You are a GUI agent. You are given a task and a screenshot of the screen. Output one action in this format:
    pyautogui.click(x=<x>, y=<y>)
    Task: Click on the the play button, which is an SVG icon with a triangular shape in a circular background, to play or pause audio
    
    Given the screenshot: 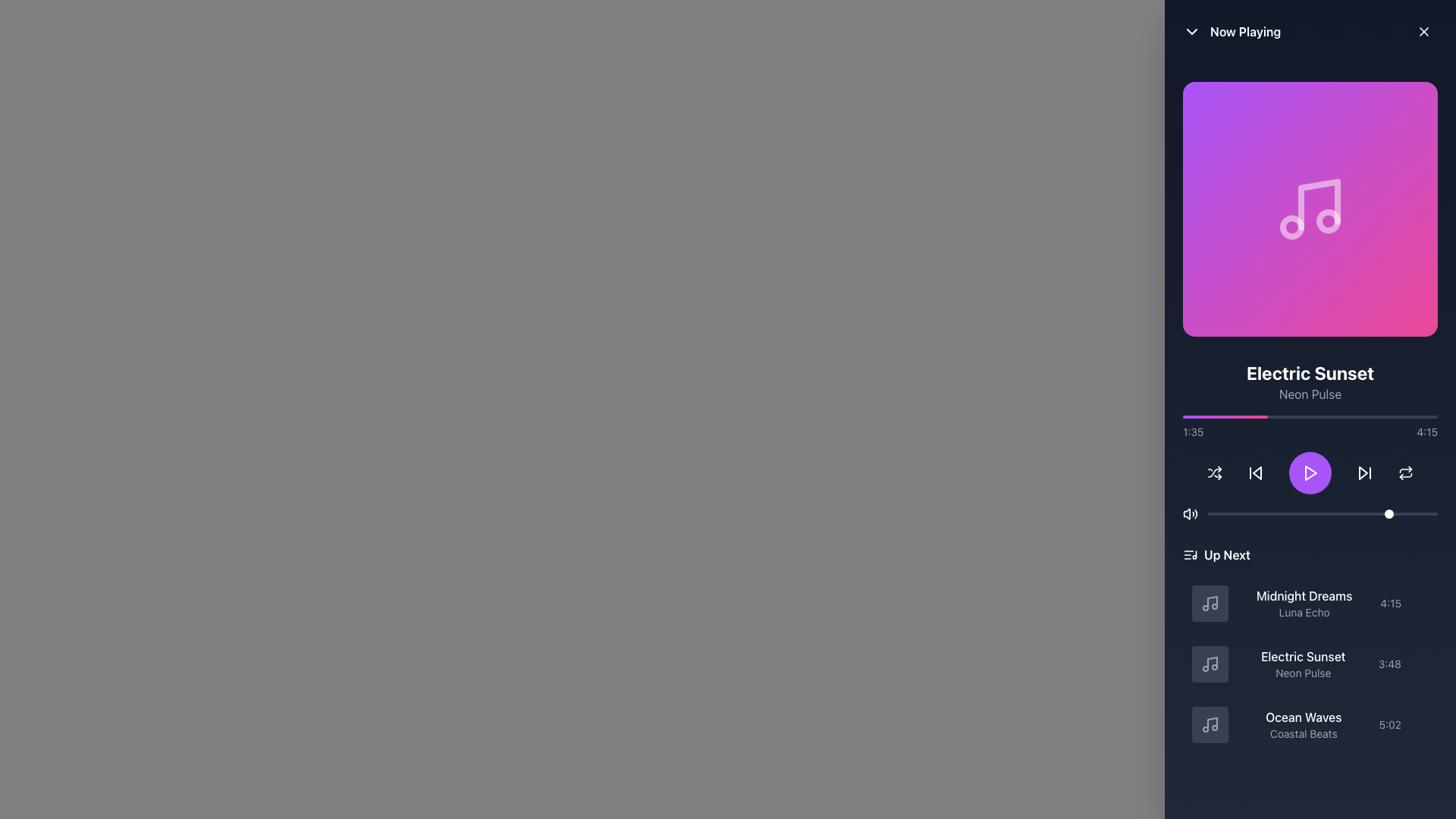 What is the action you would take?
    pyautogui.click(x=1310, y=472)
    